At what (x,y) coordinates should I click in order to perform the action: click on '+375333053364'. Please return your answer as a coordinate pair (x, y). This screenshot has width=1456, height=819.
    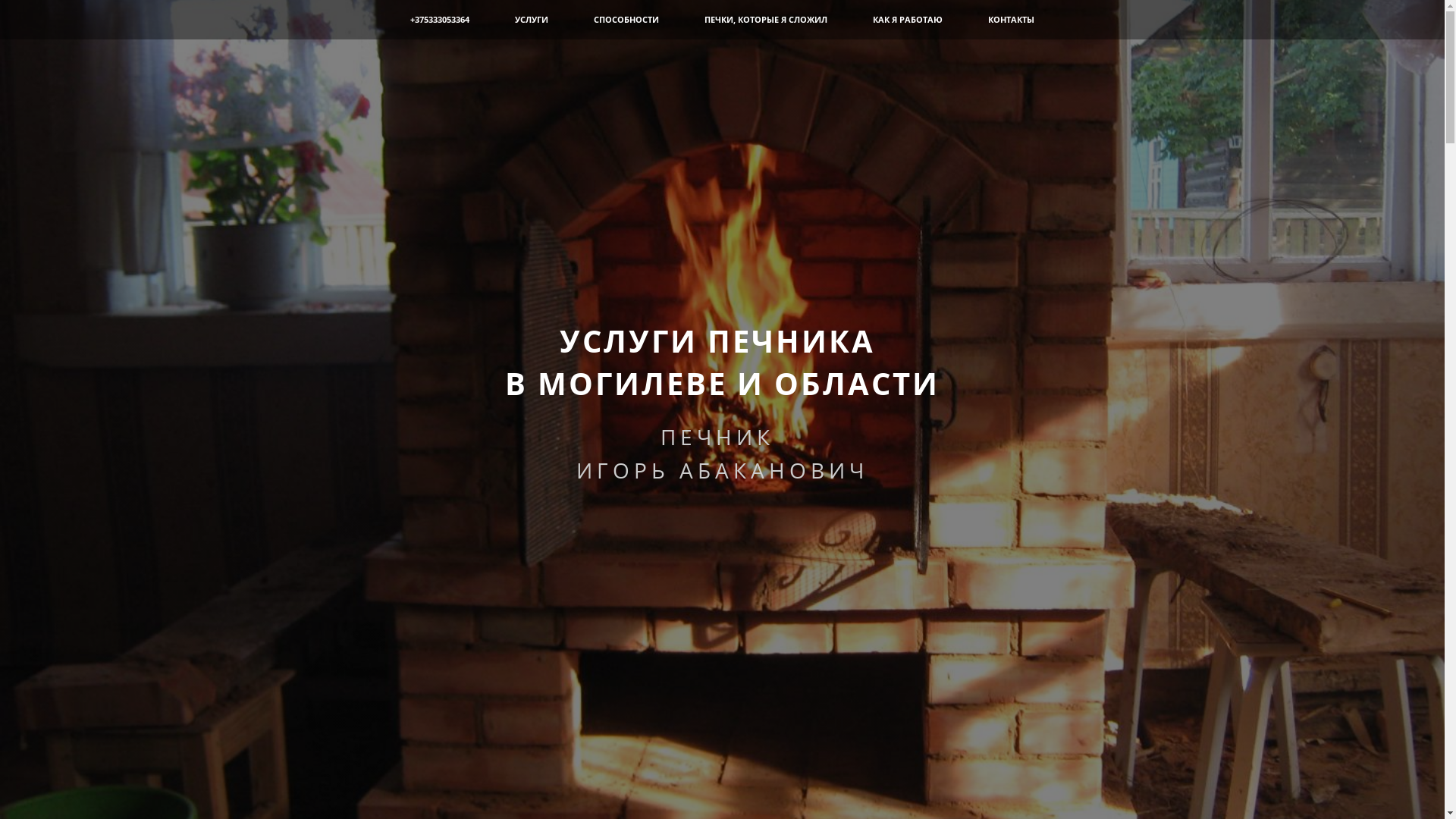
    Looking at the image, I should click on (410, 20).